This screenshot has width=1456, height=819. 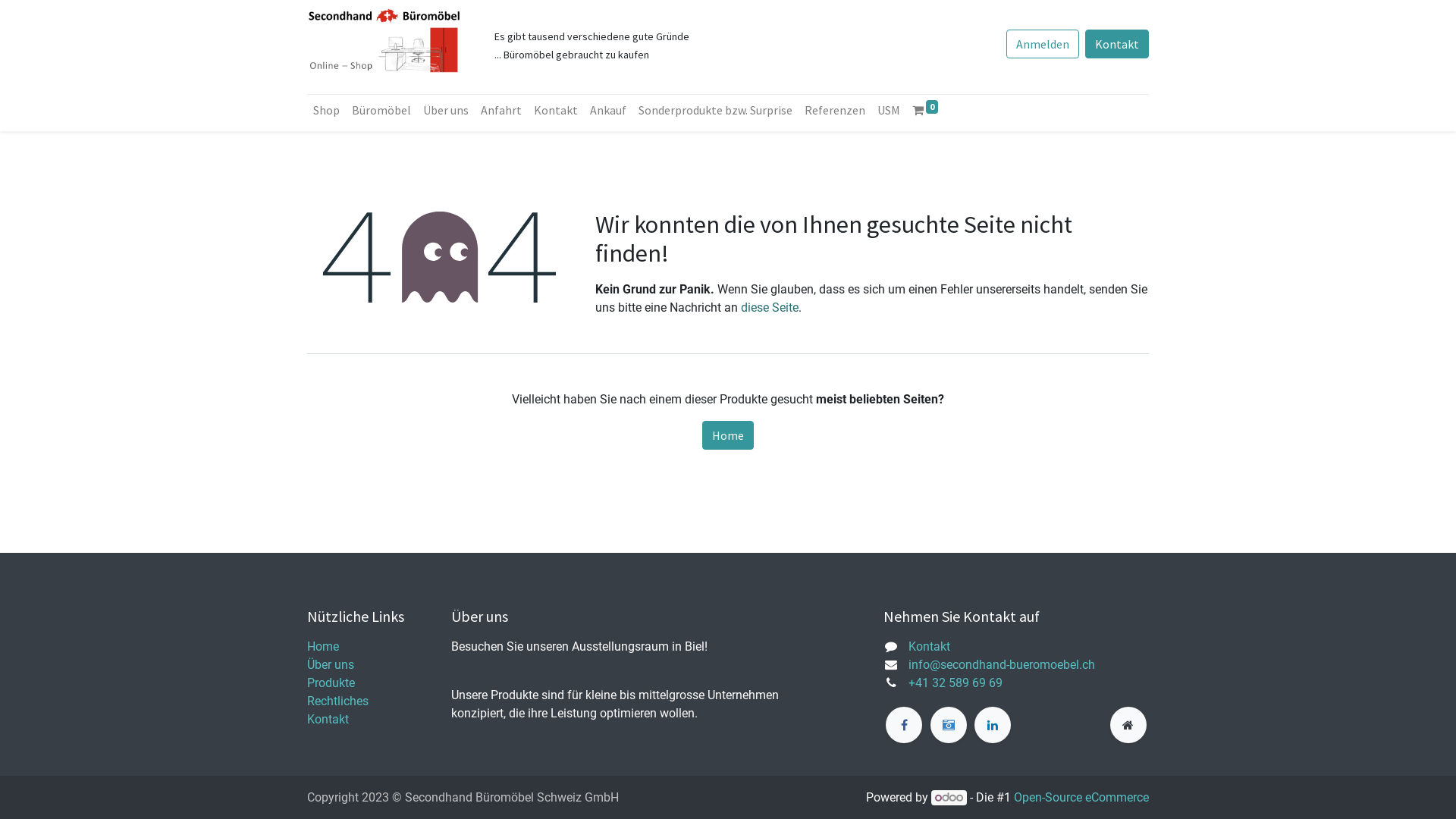 What do you see at coordinates (1084, 42) in the screenshot?
I see `'Kontakt'` at bounding box center [1084, 42].